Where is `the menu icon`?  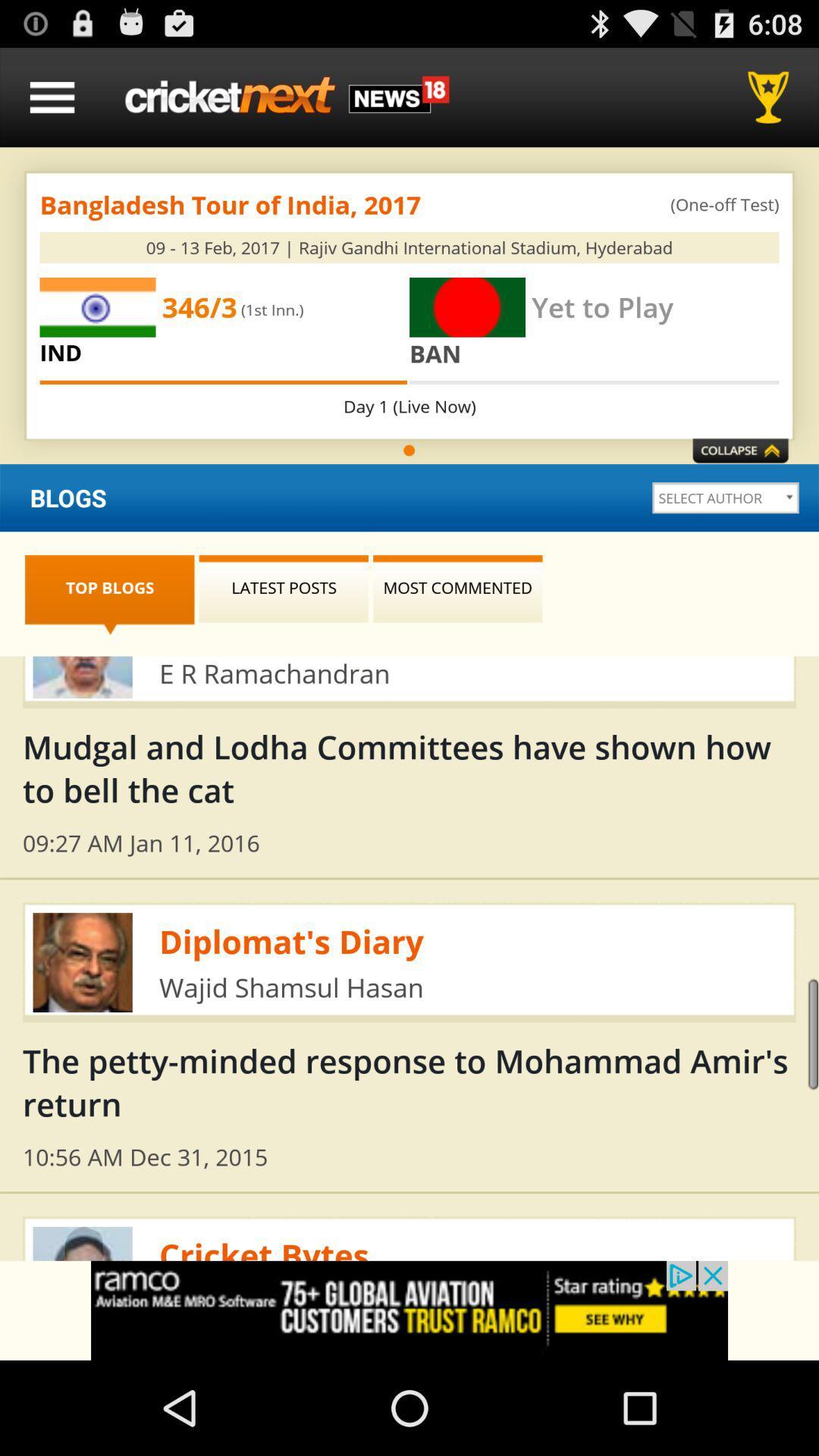
the menu icon is located at coordinates (52, 103).